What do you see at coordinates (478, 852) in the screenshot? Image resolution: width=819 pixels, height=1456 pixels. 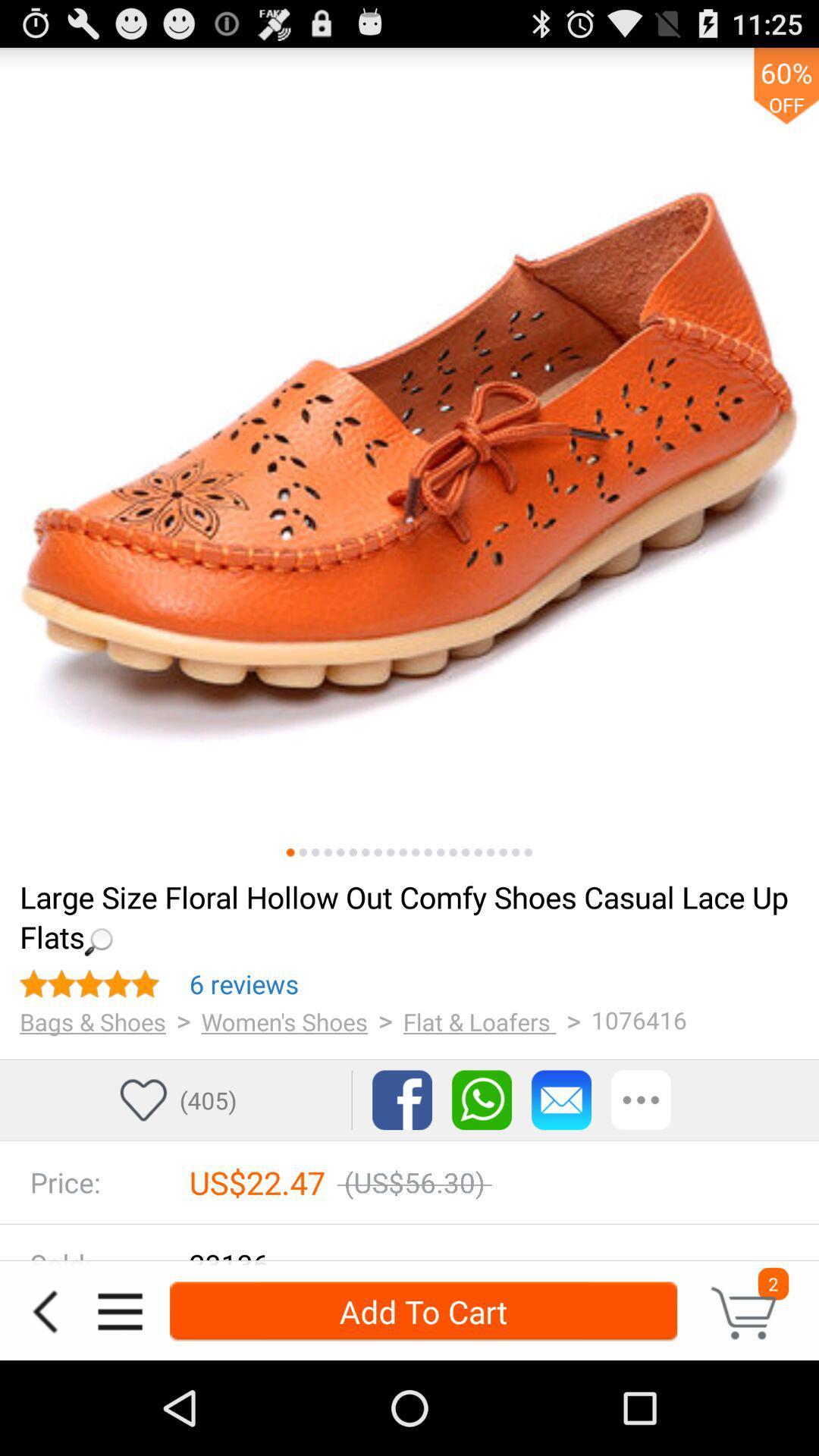 I see `this page` at bounding box center [478, 852].